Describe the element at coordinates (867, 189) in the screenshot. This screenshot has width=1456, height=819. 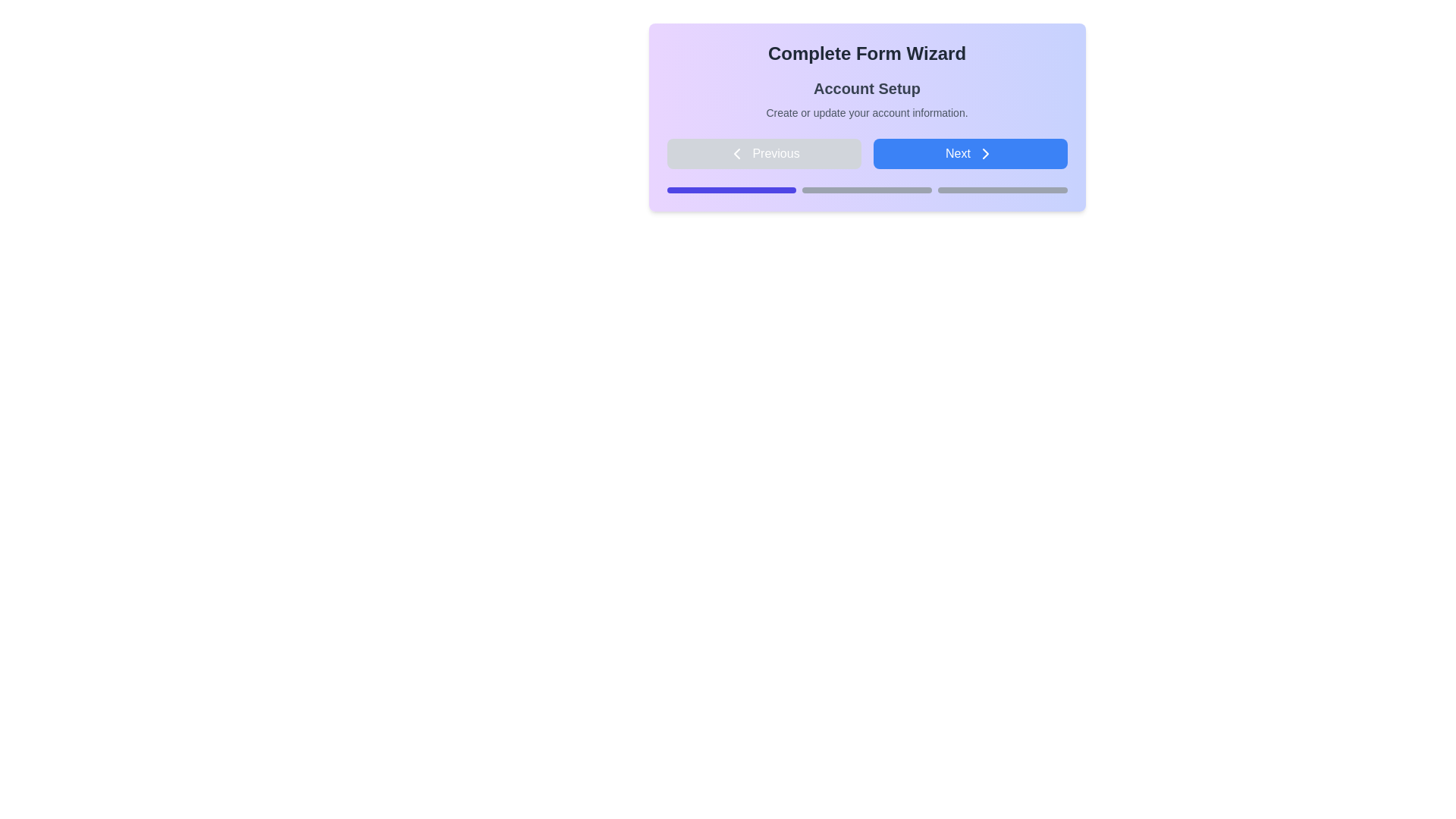
I see `the second segment of the progress indicator, which visually represents the second step in a three-step process, located below the 'Previous' and 'Next' buttons` at that location.